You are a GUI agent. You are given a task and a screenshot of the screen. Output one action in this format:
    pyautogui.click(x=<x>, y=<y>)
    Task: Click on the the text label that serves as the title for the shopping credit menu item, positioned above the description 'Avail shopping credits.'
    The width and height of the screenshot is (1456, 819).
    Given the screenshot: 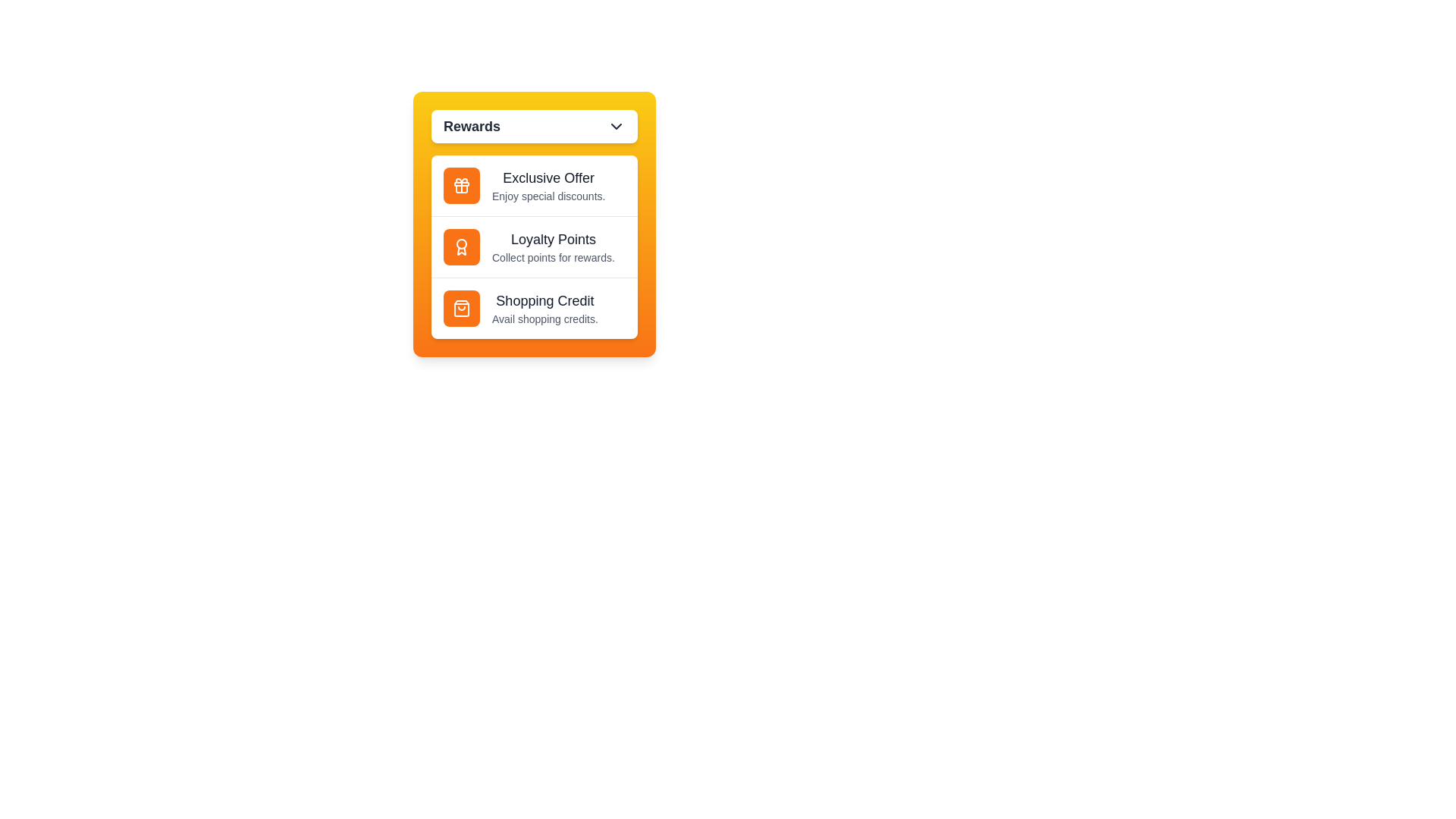 What is the action you would take?
    pyautogui.click(x=544, y=301)
    